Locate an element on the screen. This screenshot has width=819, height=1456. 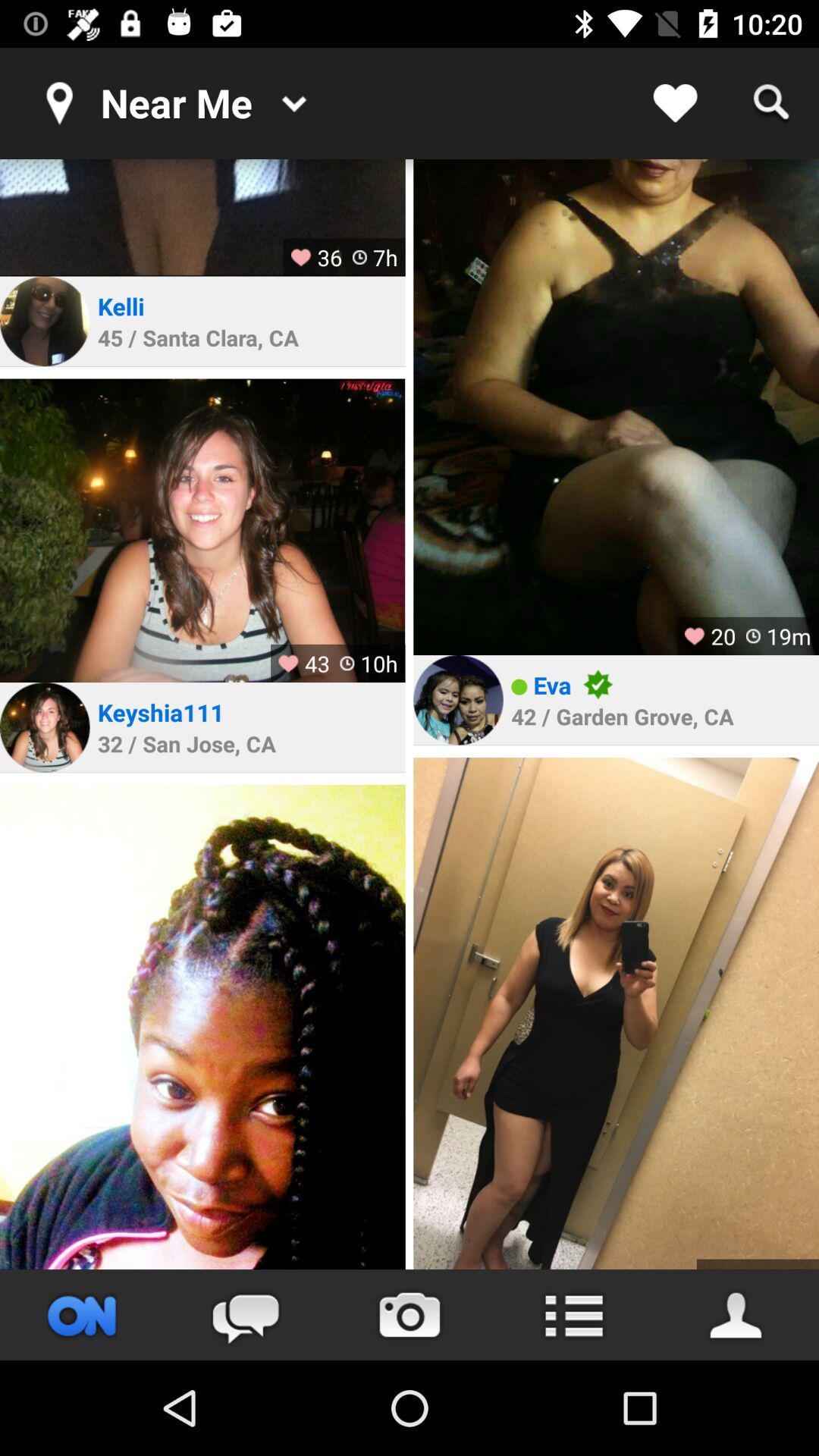
chat message is located at coordinates (245, 1314).